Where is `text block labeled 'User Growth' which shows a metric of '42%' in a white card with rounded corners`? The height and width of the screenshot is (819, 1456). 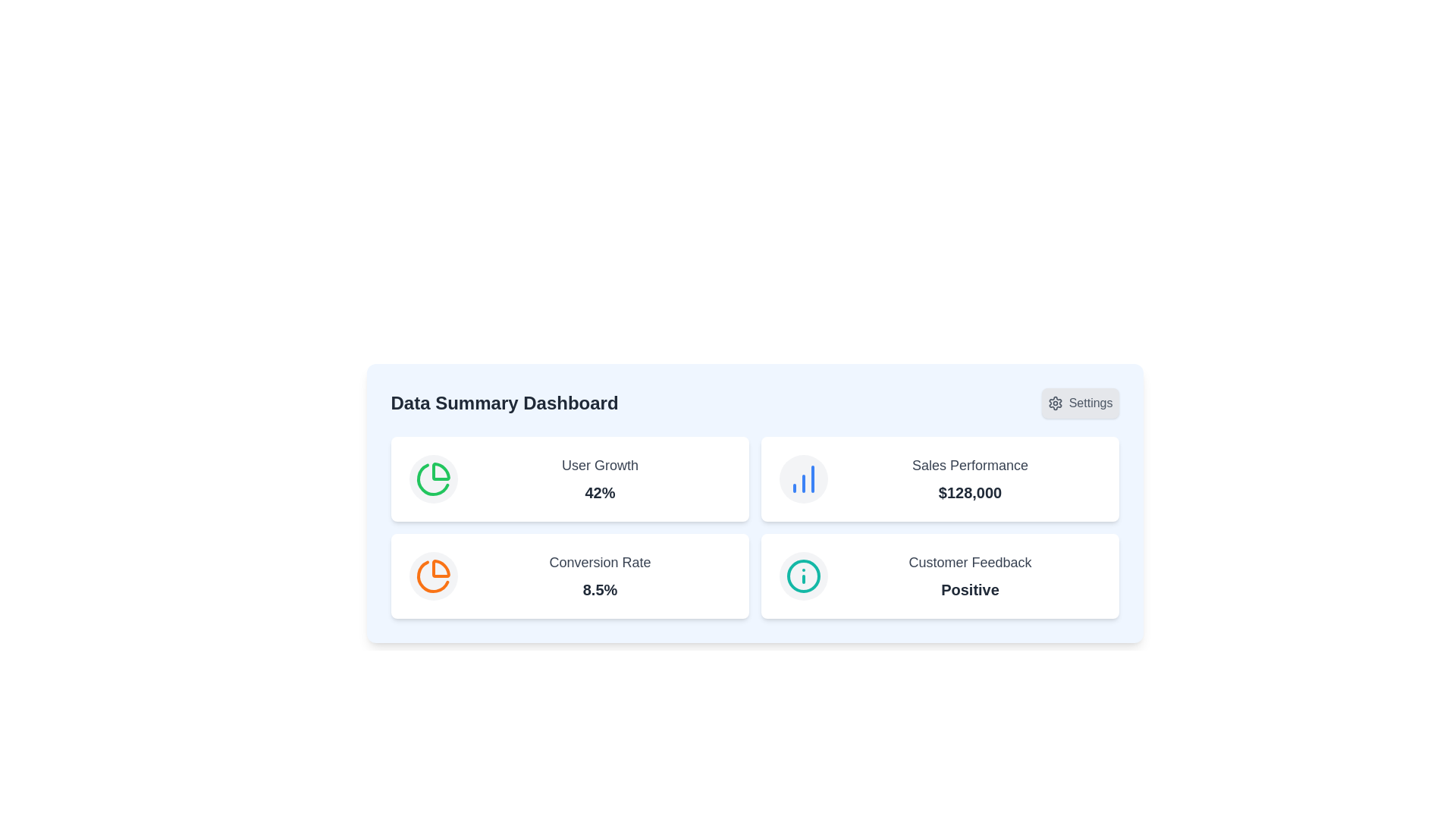 text block labeled 'User Growth' which shows a metric of '42%' in a white card with rounded corners is located at coordinates (599, 479).